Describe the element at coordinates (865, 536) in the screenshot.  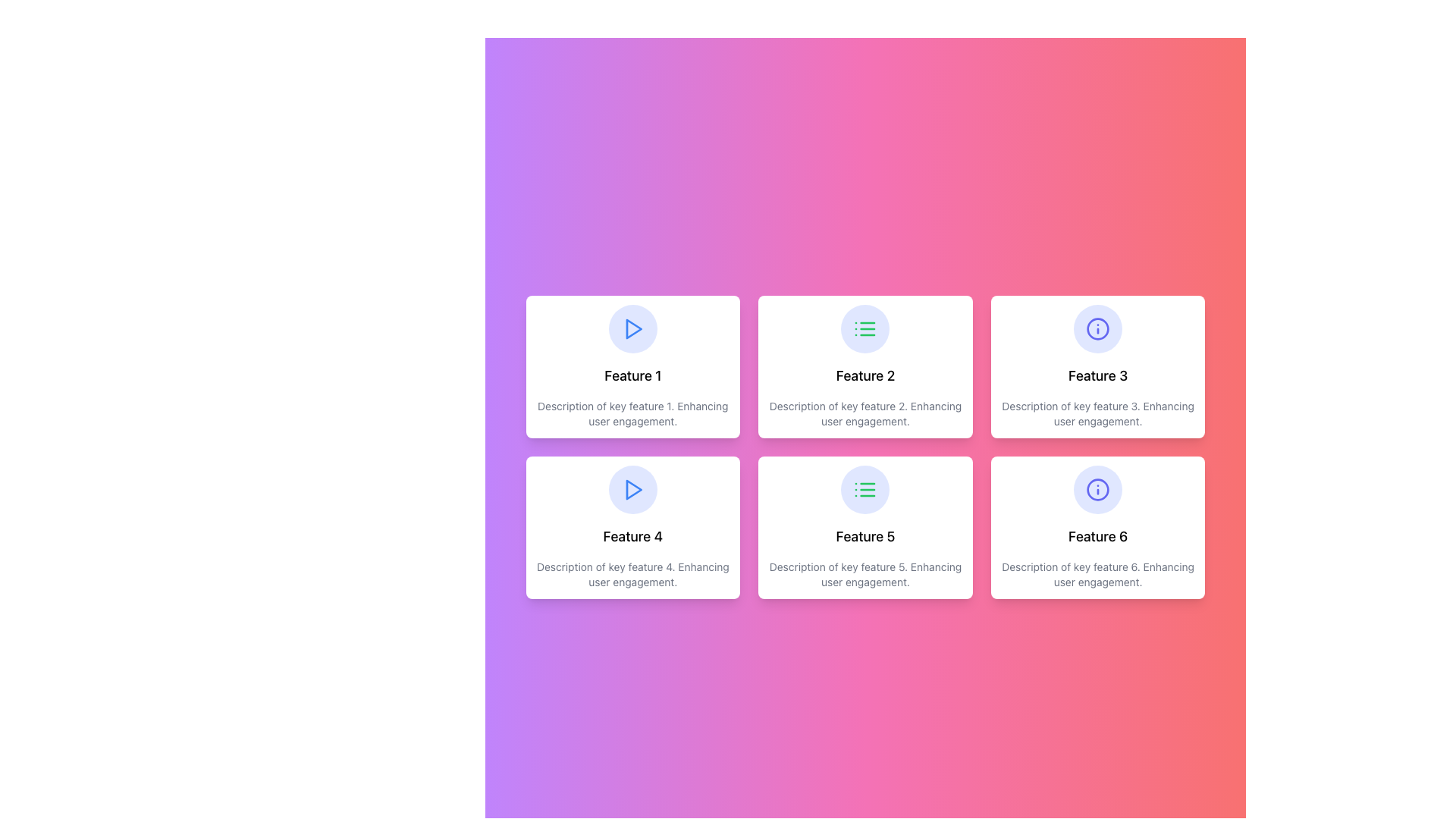
I see `the title text element of the card, which is centrally located in the second row, second column of a two-row, three-column grid layout` at that location.